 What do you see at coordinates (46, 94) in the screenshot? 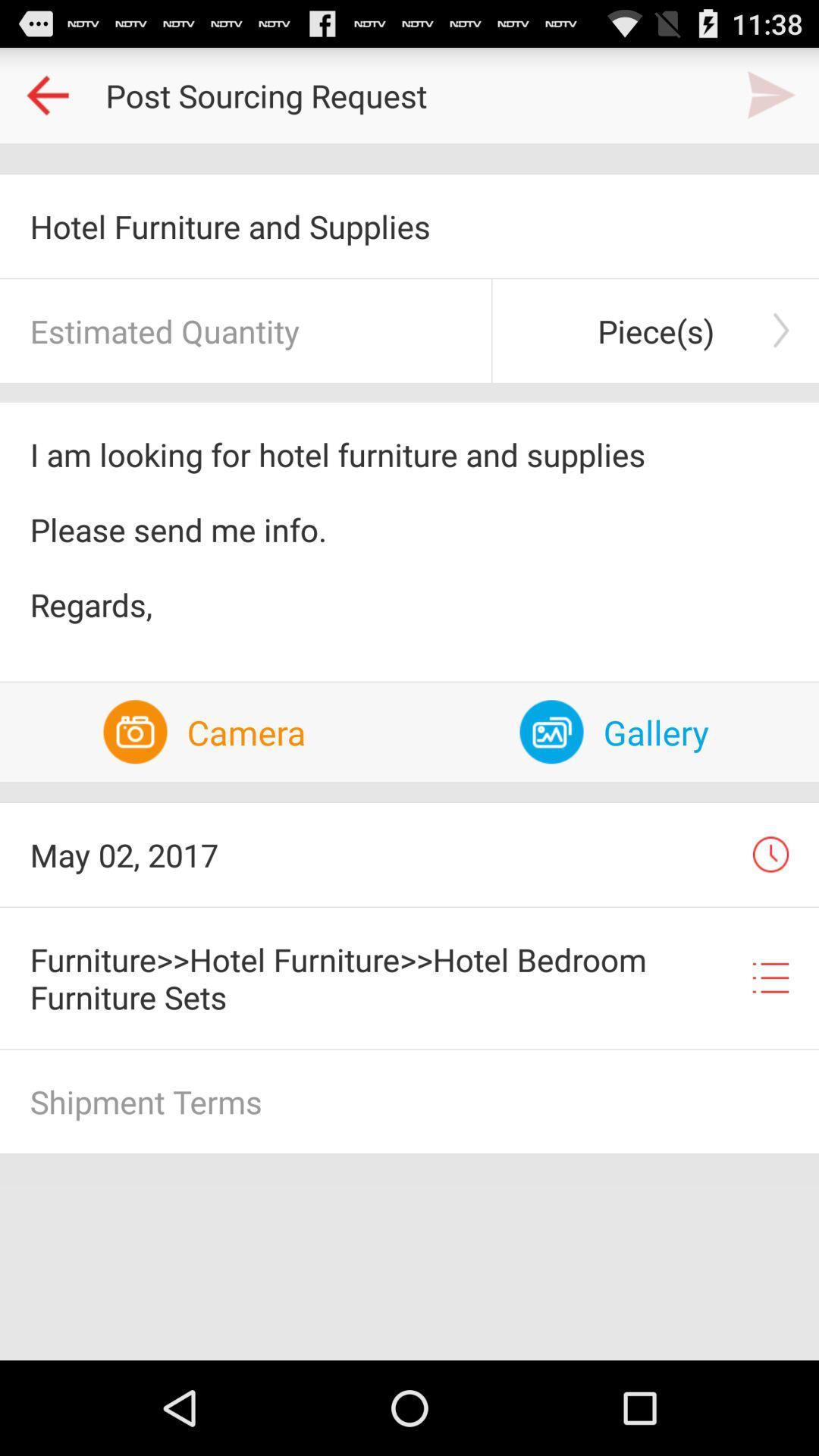
I see `go back` at bounding box center [46, 94].